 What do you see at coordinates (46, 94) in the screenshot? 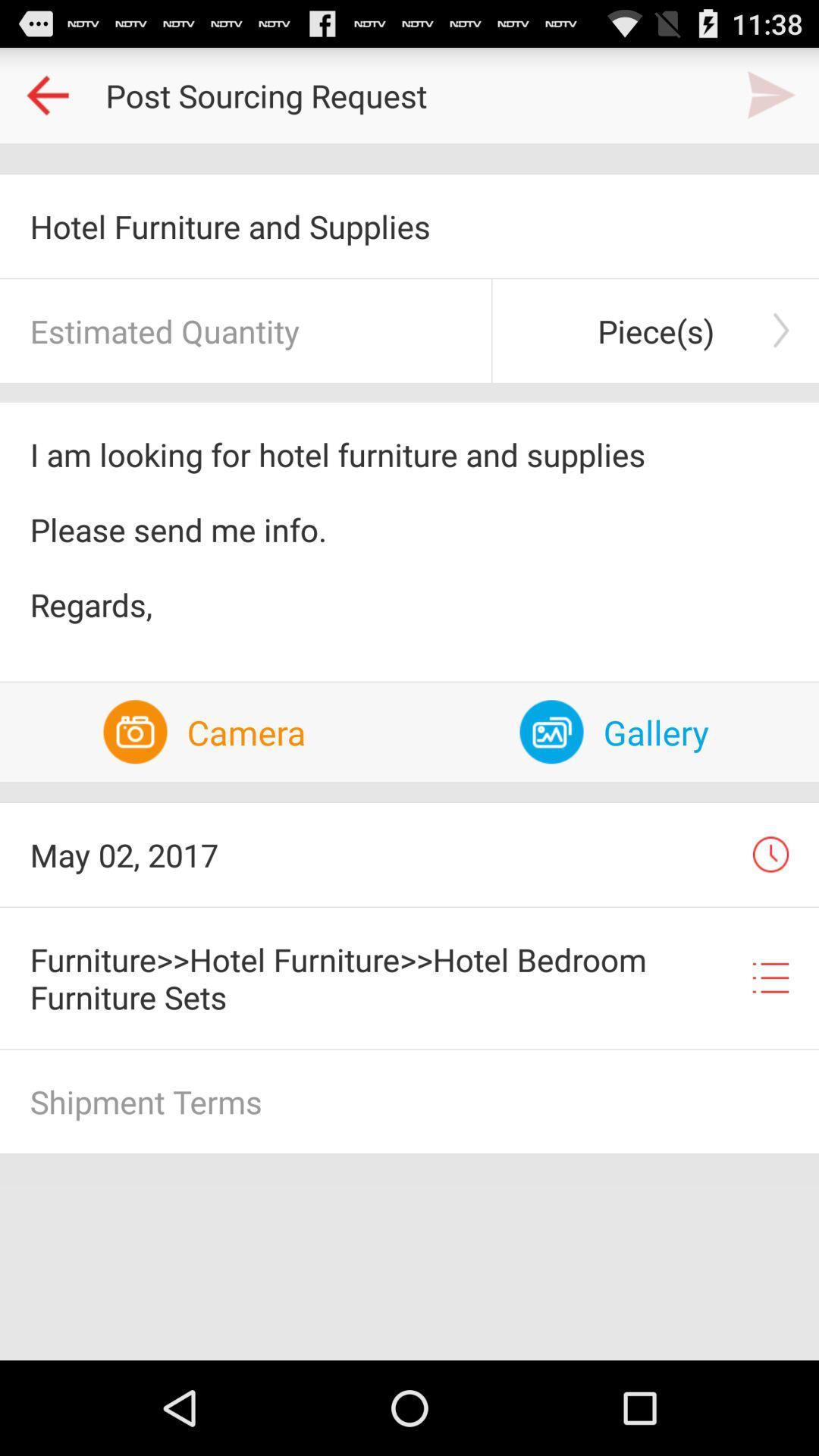
I see `go back` at bounding box center [46, 94].